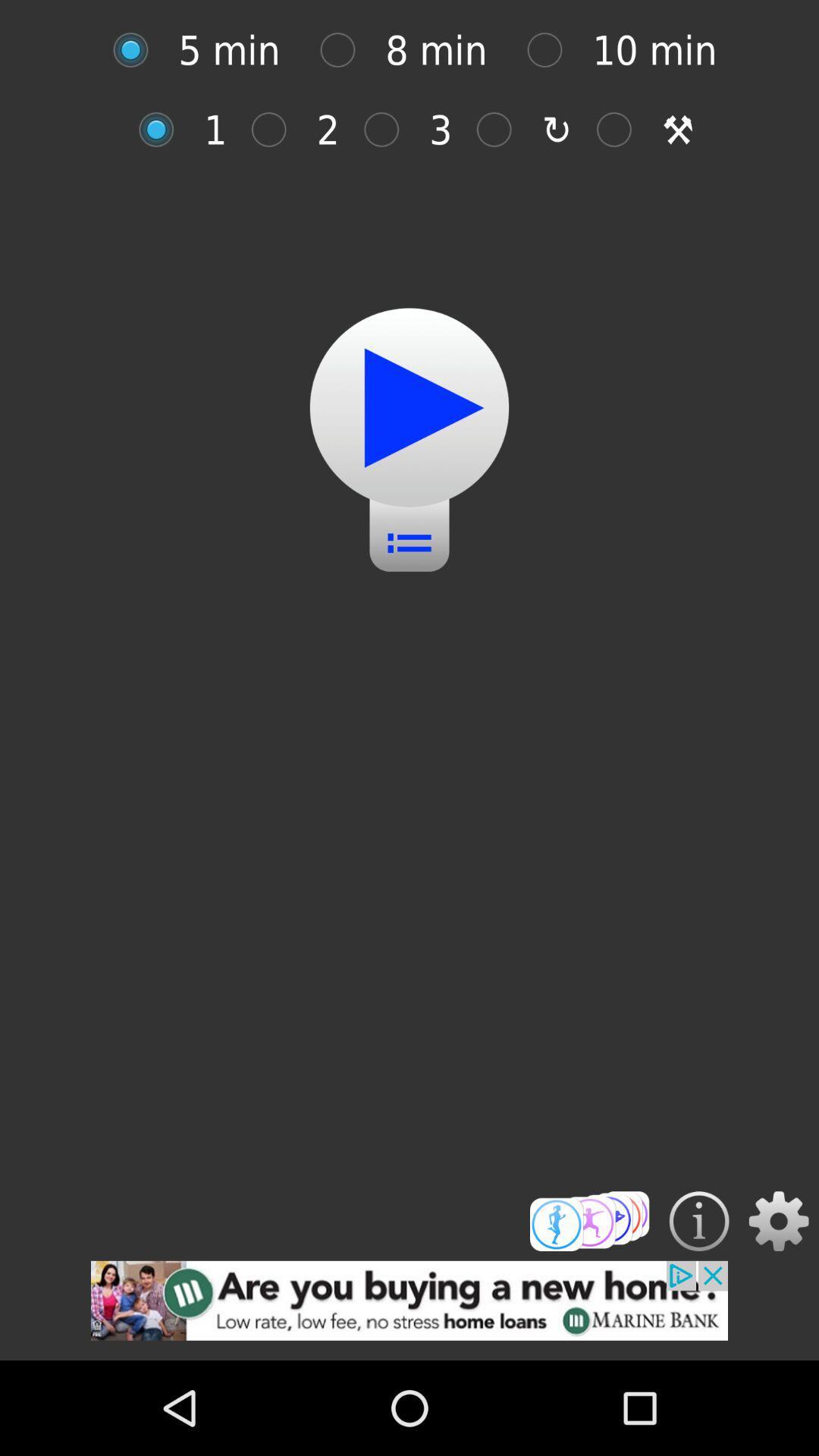  What do you see at coordinates (345, 50) in the screenshot?
I see `click on icon` at bounding box center [345, 50].